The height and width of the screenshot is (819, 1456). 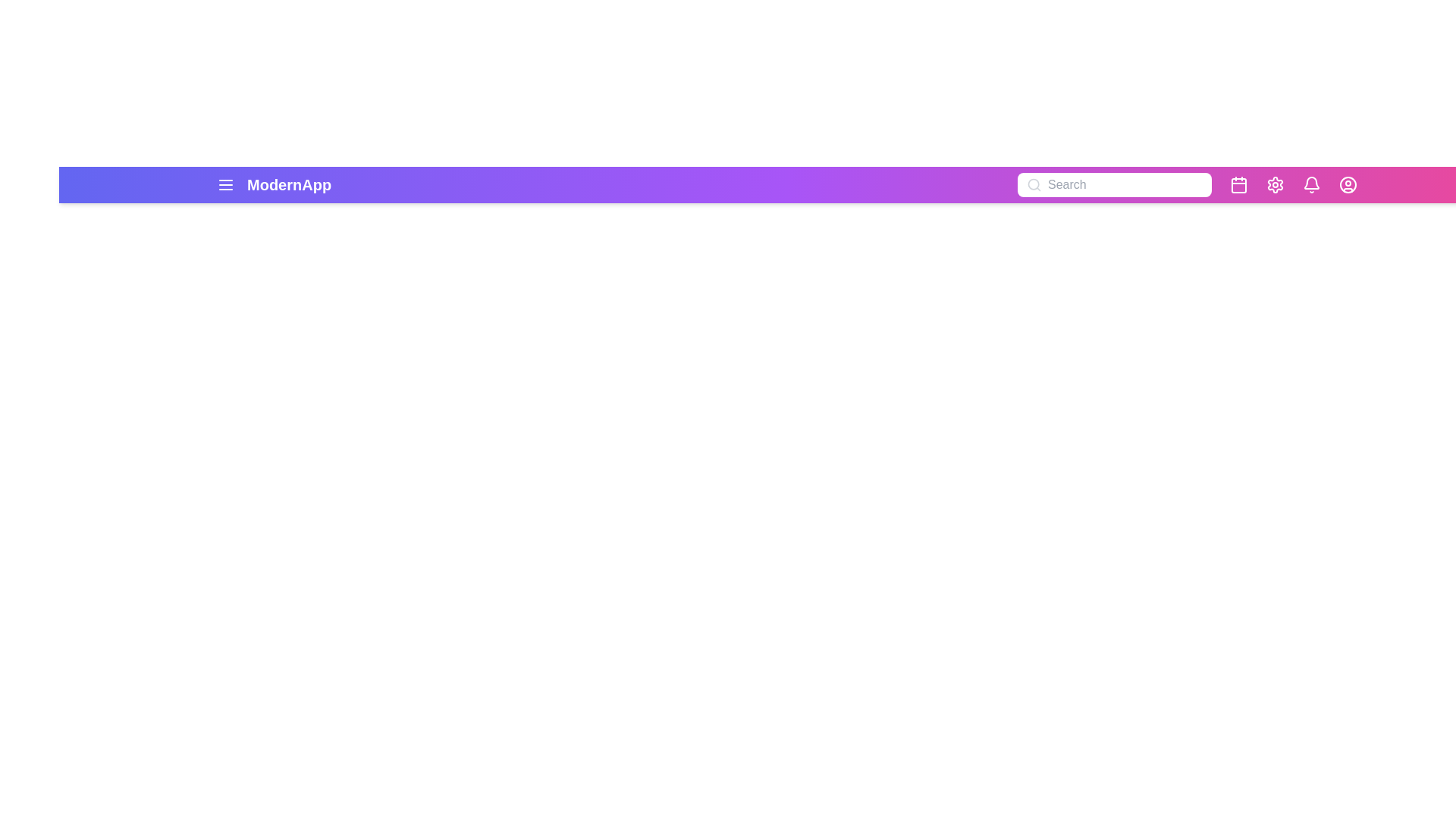 What do you see at coordinates (1033, 184) in the screenshot?
I see `the search icon located on the left side of the search bar in the top navigation bar, which visually indicates the purpose of the adjacent input field for search queries` at bounding box center [1033, 184].